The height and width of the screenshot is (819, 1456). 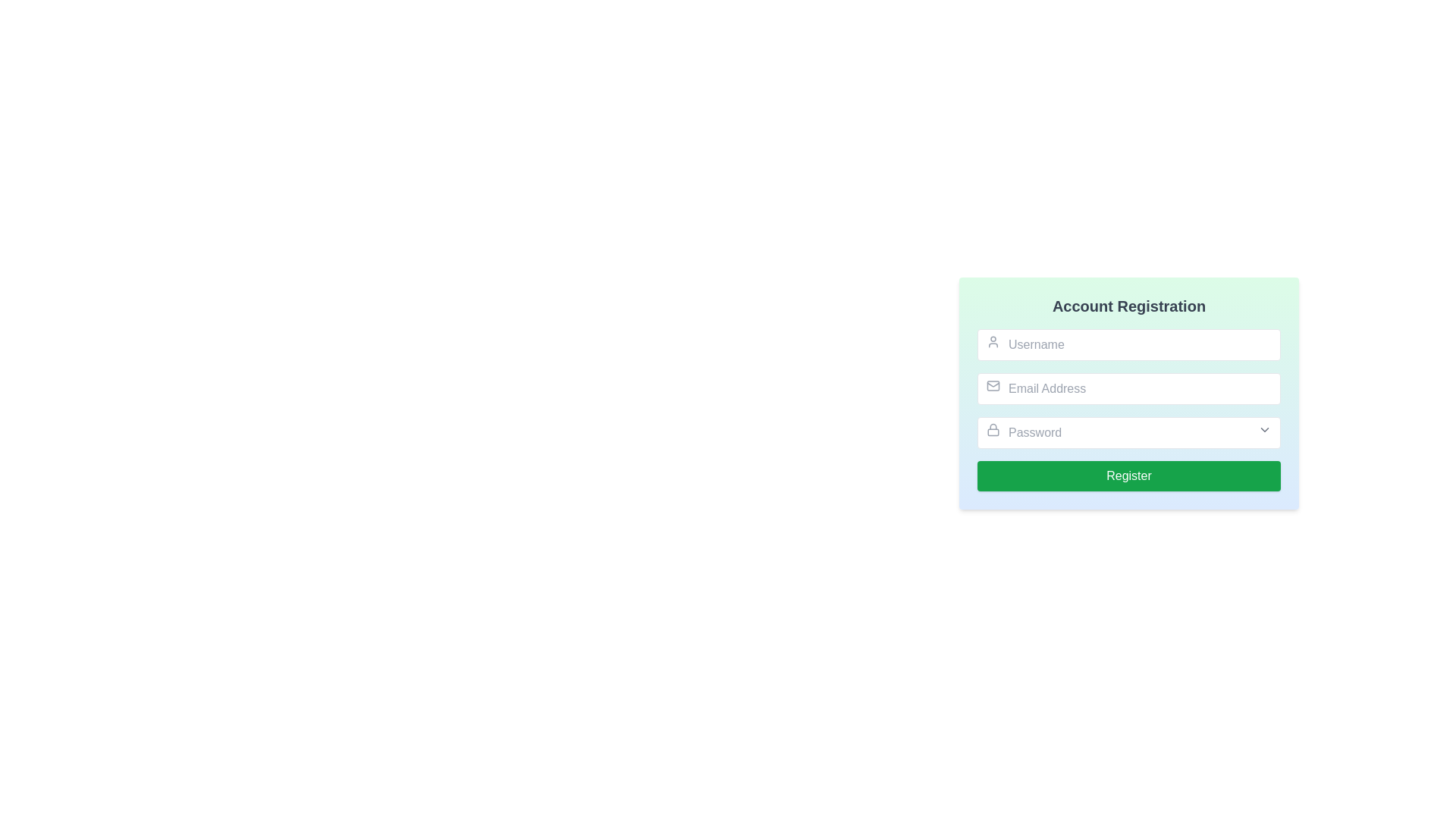 What do you see at coordinates (993, 385) in the screenshot?
I see `the email input icon, which serves as a visual aid for the adjoining email entry field` at bounding box center [993, 385].